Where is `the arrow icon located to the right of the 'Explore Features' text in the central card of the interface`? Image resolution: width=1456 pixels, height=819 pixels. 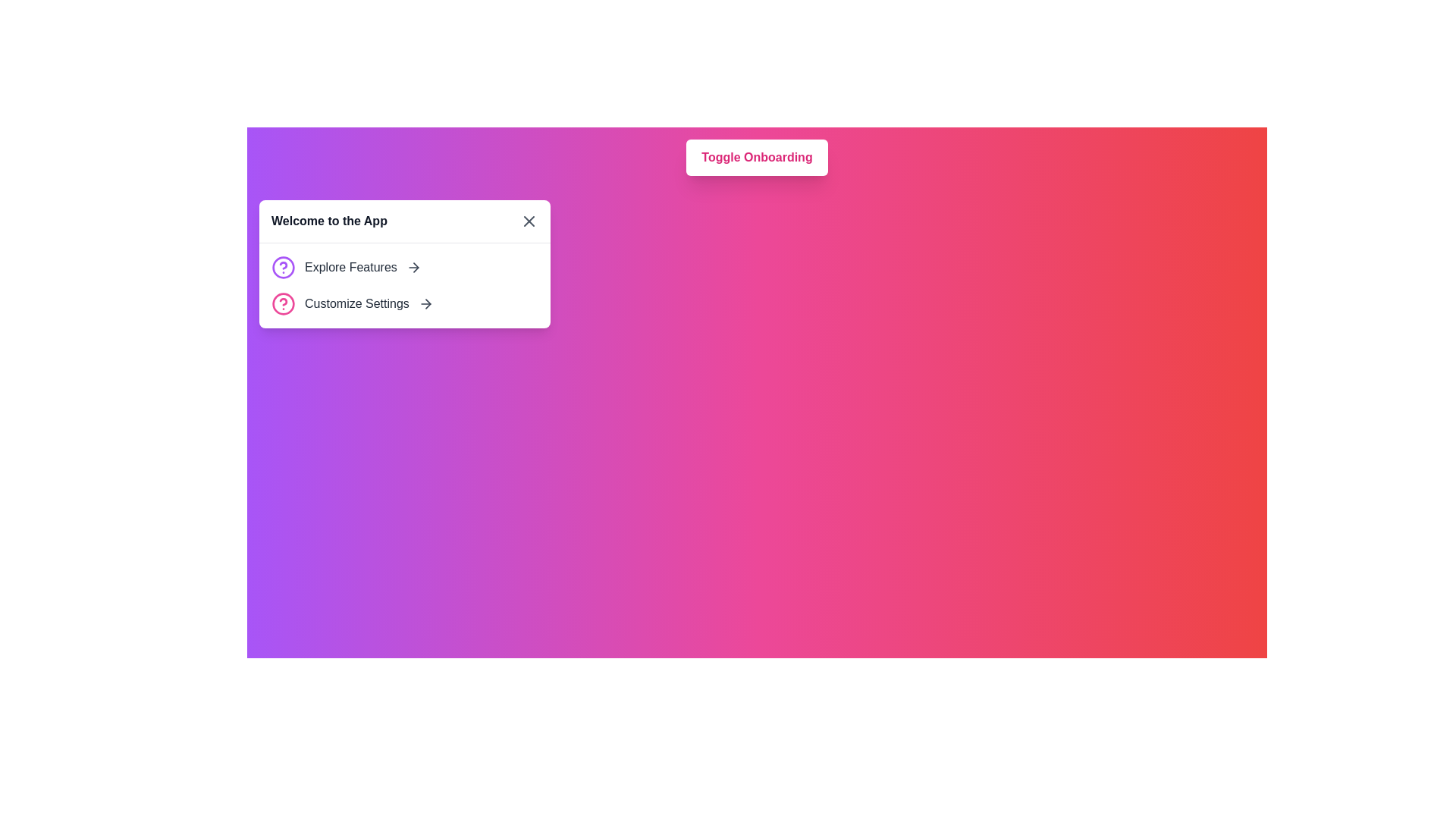 the arrow icon located to the right of the 'Explore Features' text in the central card of the interface is located at coordinates (413, 267).